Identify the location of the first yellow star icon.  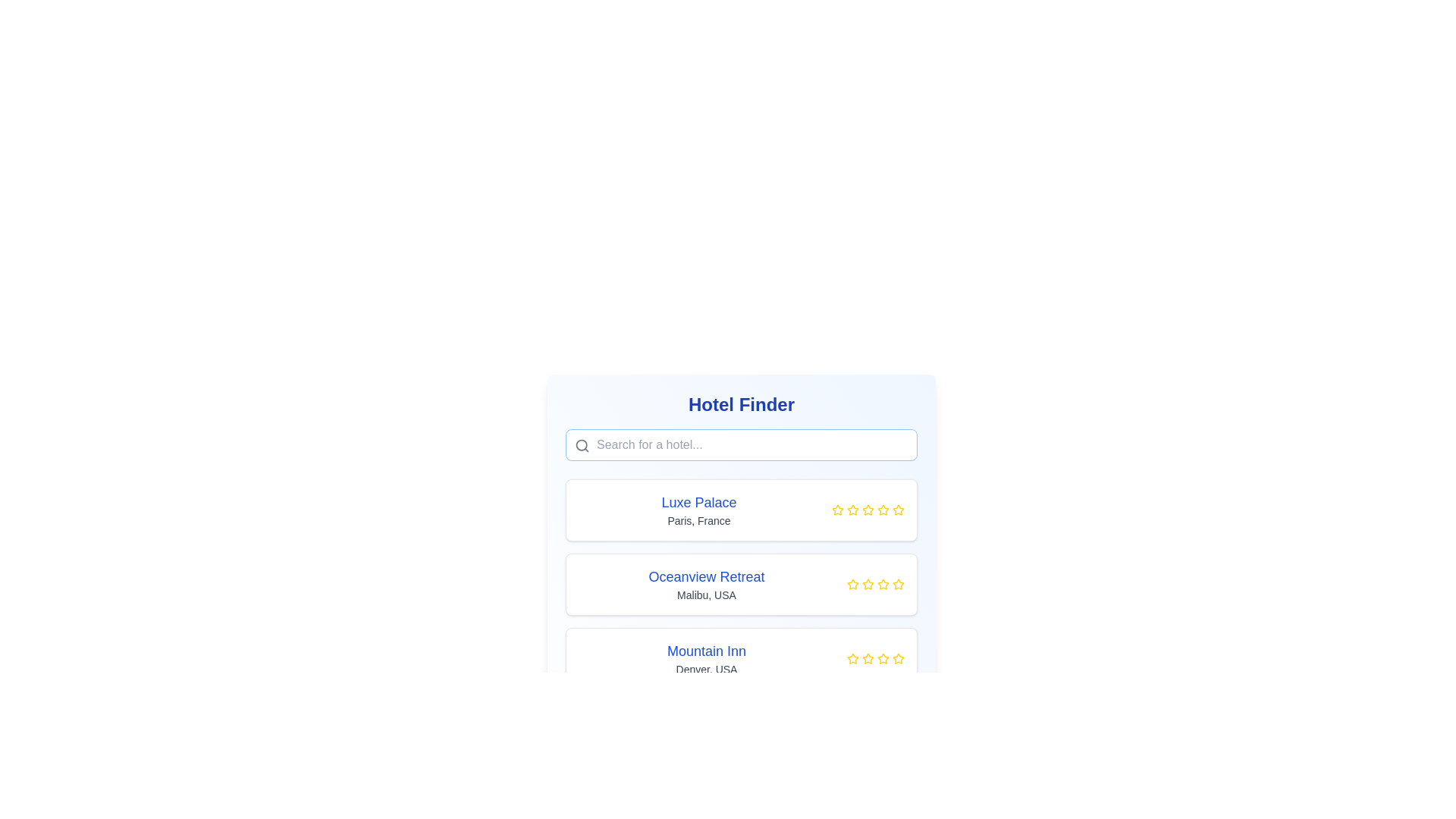
(852, 584).